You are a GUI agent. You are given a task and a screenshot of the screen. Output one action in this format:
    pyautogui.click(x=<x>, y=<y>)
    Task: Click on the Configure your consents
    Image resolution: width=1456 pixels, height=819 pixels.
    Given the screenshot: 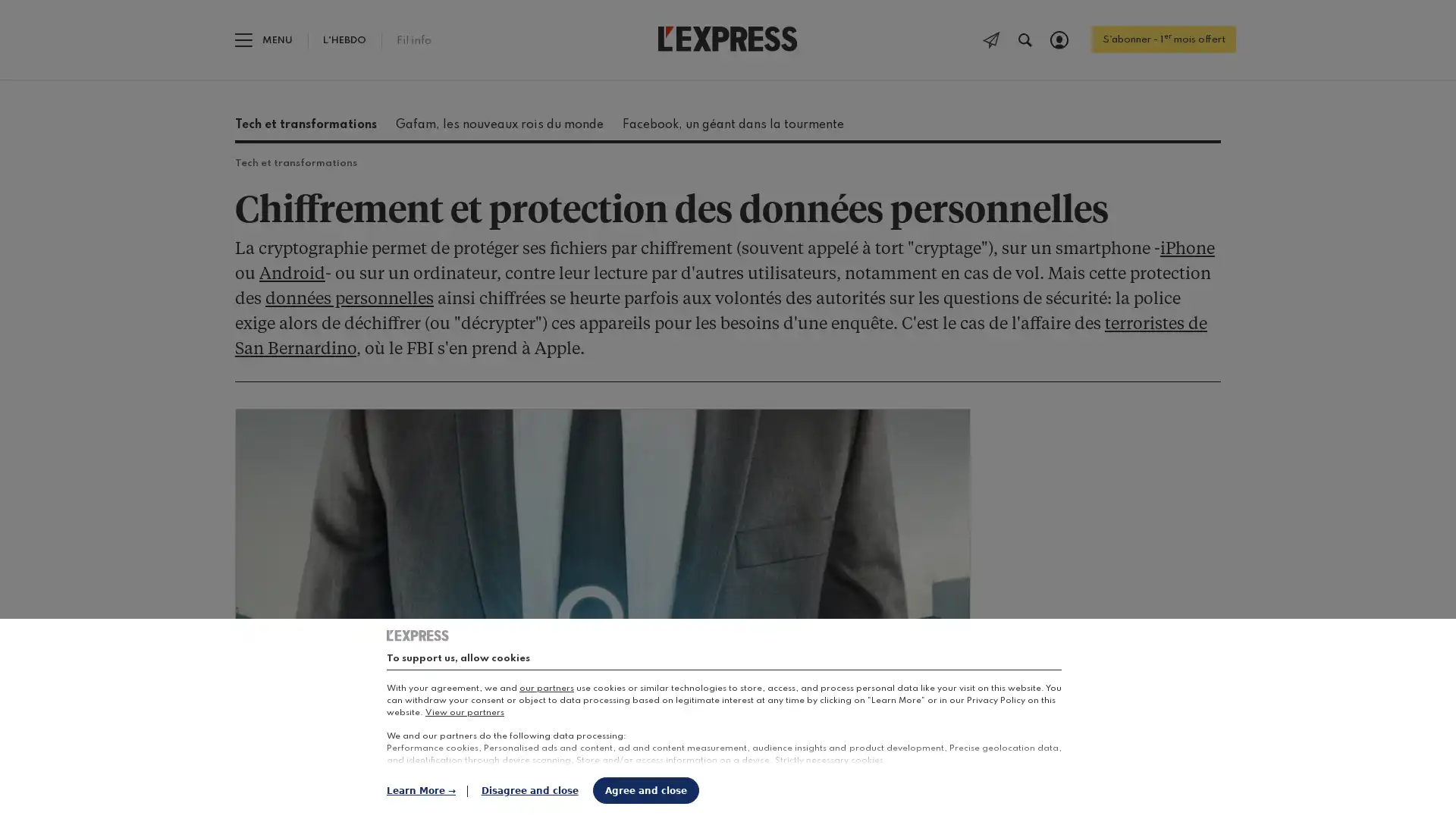 What is the action you would take?
    pyautogui.click(x=426, y=789)
    